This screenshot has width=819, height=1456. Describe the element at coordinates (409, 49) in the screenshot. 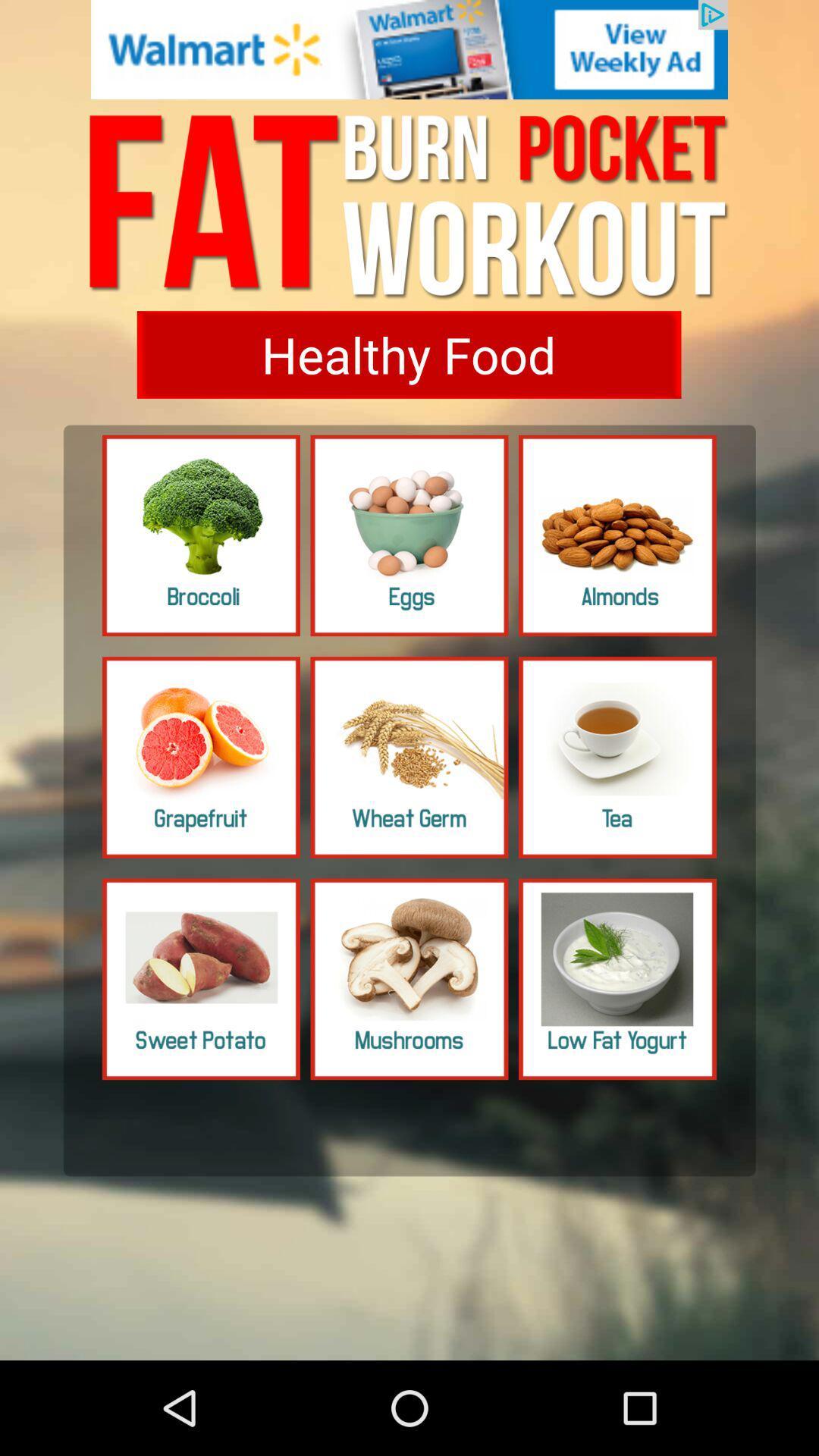

I see `advertisement display` at that location.